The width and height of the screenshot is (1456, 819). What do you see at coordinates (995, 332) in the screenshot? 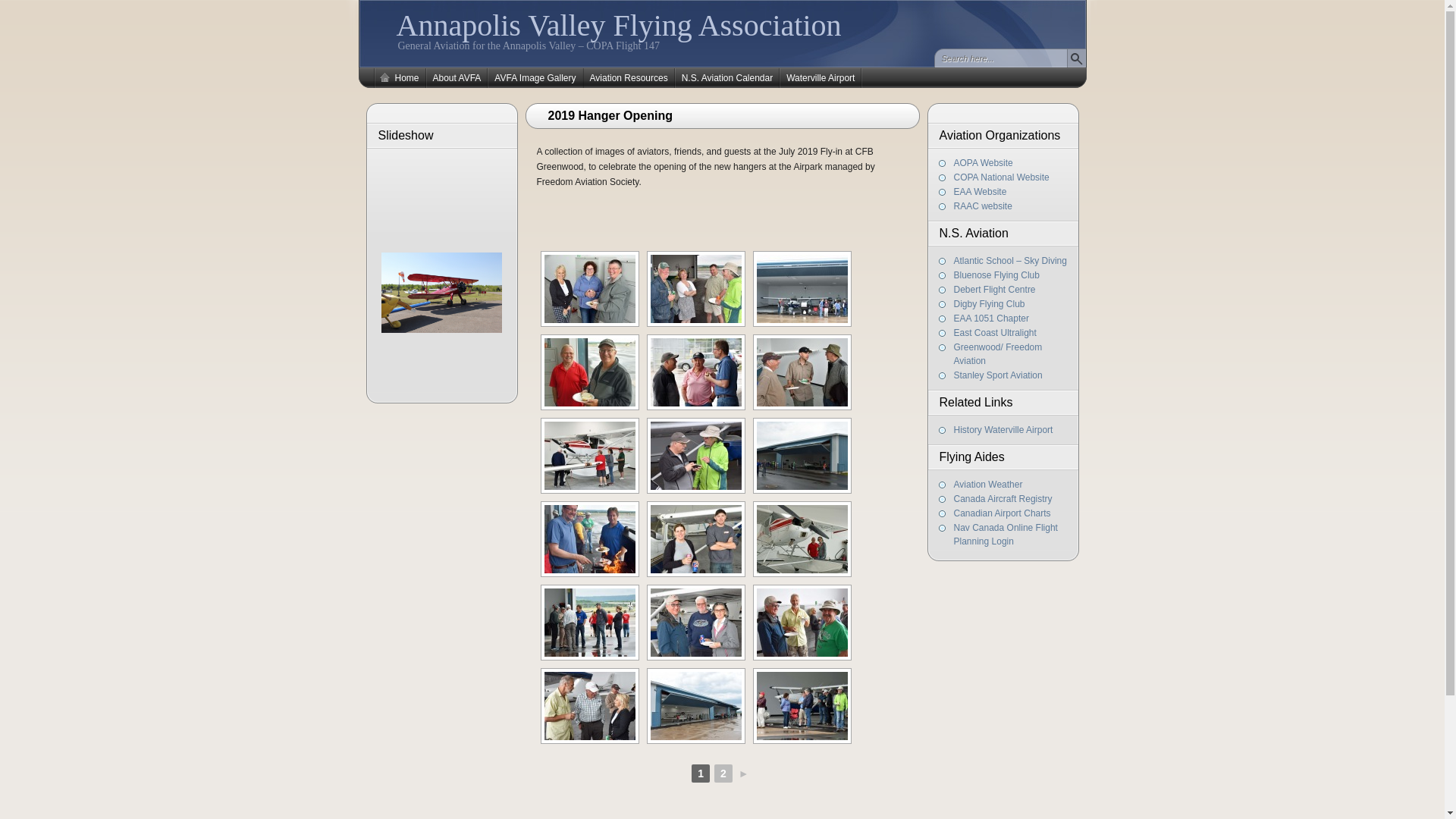
I see `'East Coast Ultralight'` at bounding box center [995, 332].